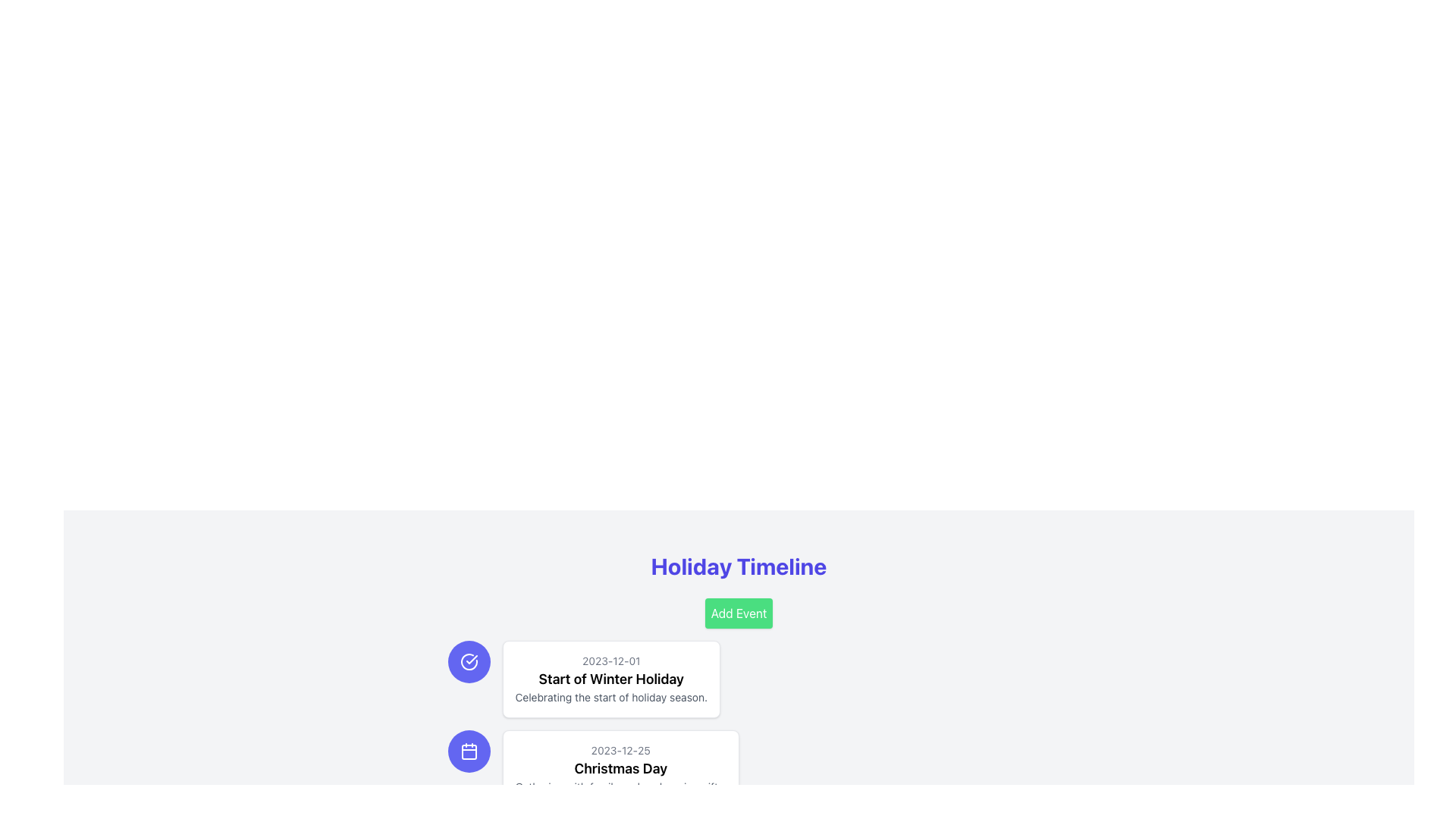 This screenshot has height=819, width=1456. Describe the element at coordinates (620, 769) in the screenshot. I see `title of the event labeled as 'Christmas Day', which is the second piece of content in the '2023-12-25' card within the 'Holiday Timeline'` at that location.